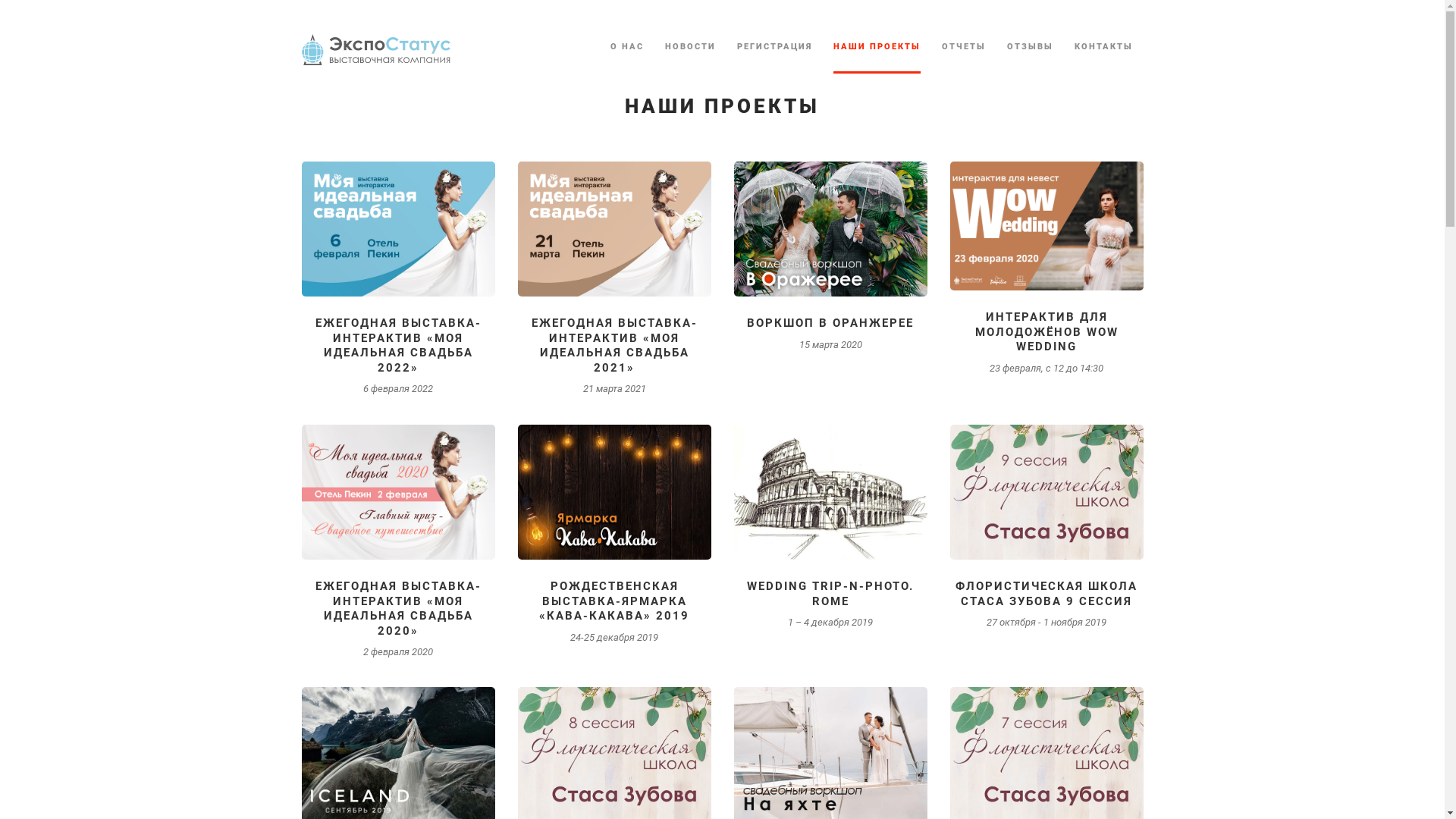  Describe the element at coordinates (746, 593) in the screenshot. I see `'WEDDING TRIP-N-PHOTO. ROME'` at that location.